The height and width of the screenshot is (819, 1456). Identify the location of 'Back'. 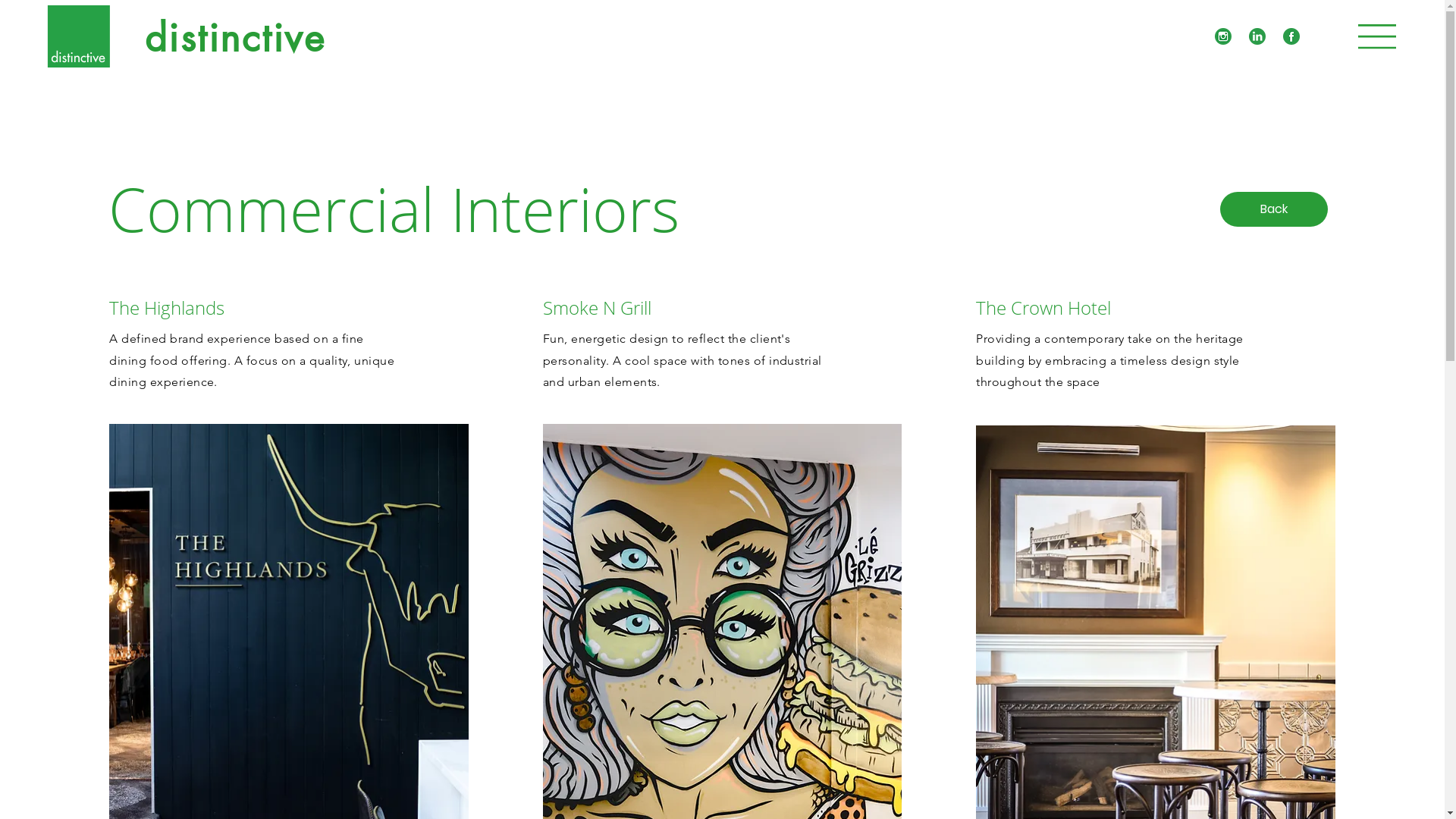
(1274, 209).